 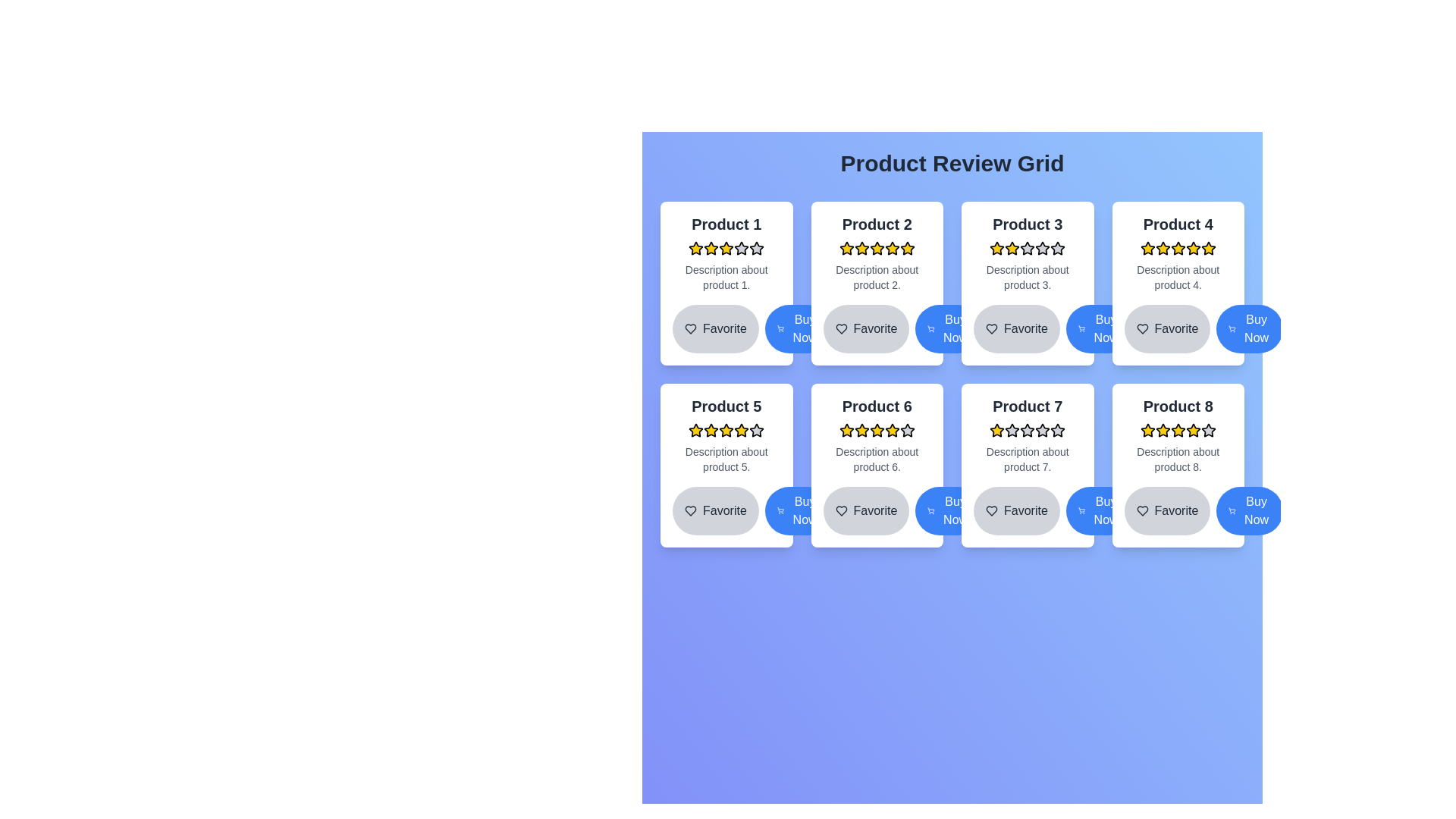 What do you see at coordinates (1028, 247) in the screenshot?
I see `the fourth star icon in the 5-star rating system for 'Product 3', which is visually represented in a grayish tone indicating a low rating` at bounding box center [1028, 247].